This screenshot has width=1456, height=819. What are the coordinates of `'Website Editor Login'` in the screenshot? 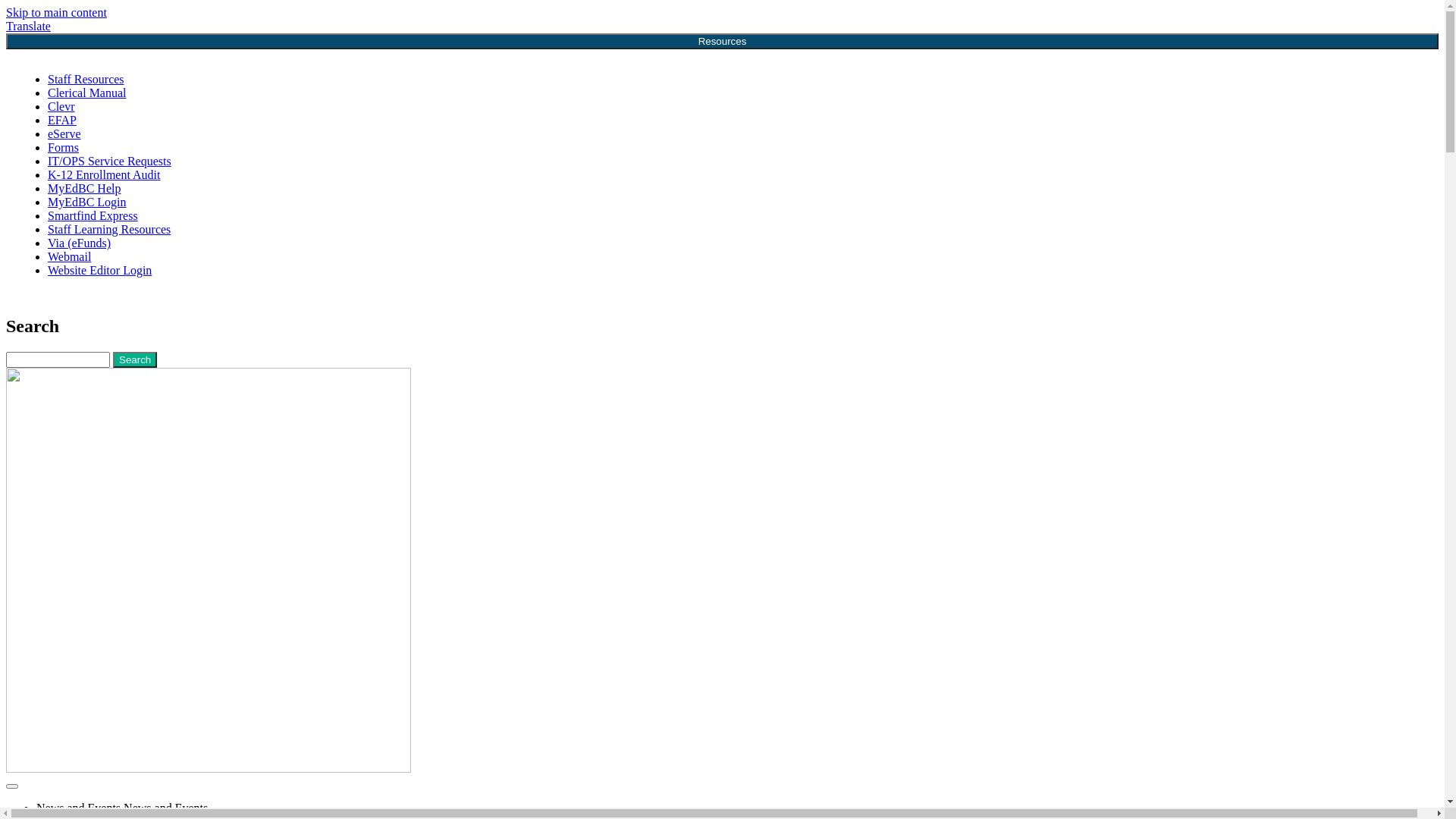 It's located at (99, 269).